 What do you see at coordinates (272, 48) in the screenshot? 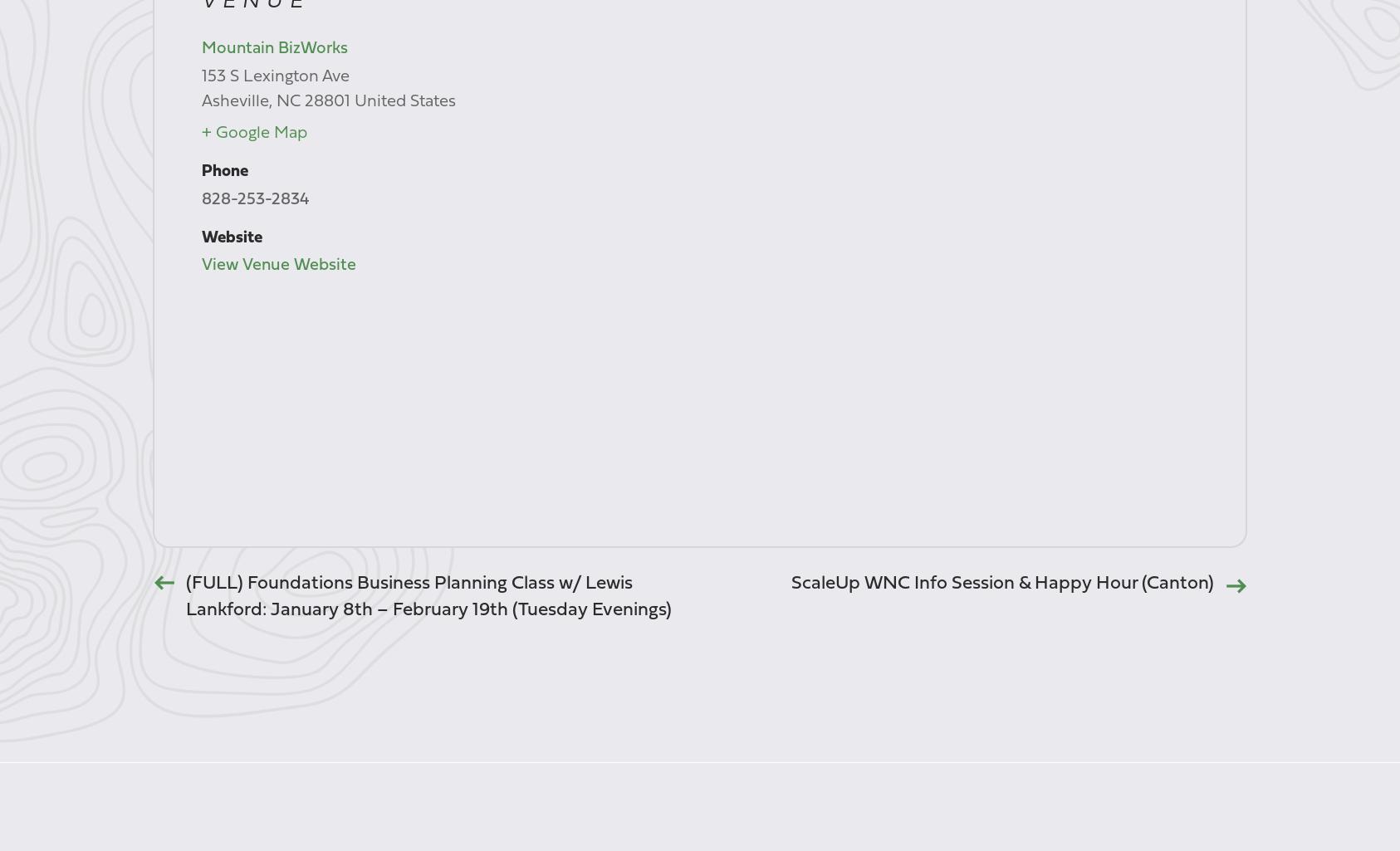
I see `'Mountain BizWorks'` at bounding box center [272, 48].